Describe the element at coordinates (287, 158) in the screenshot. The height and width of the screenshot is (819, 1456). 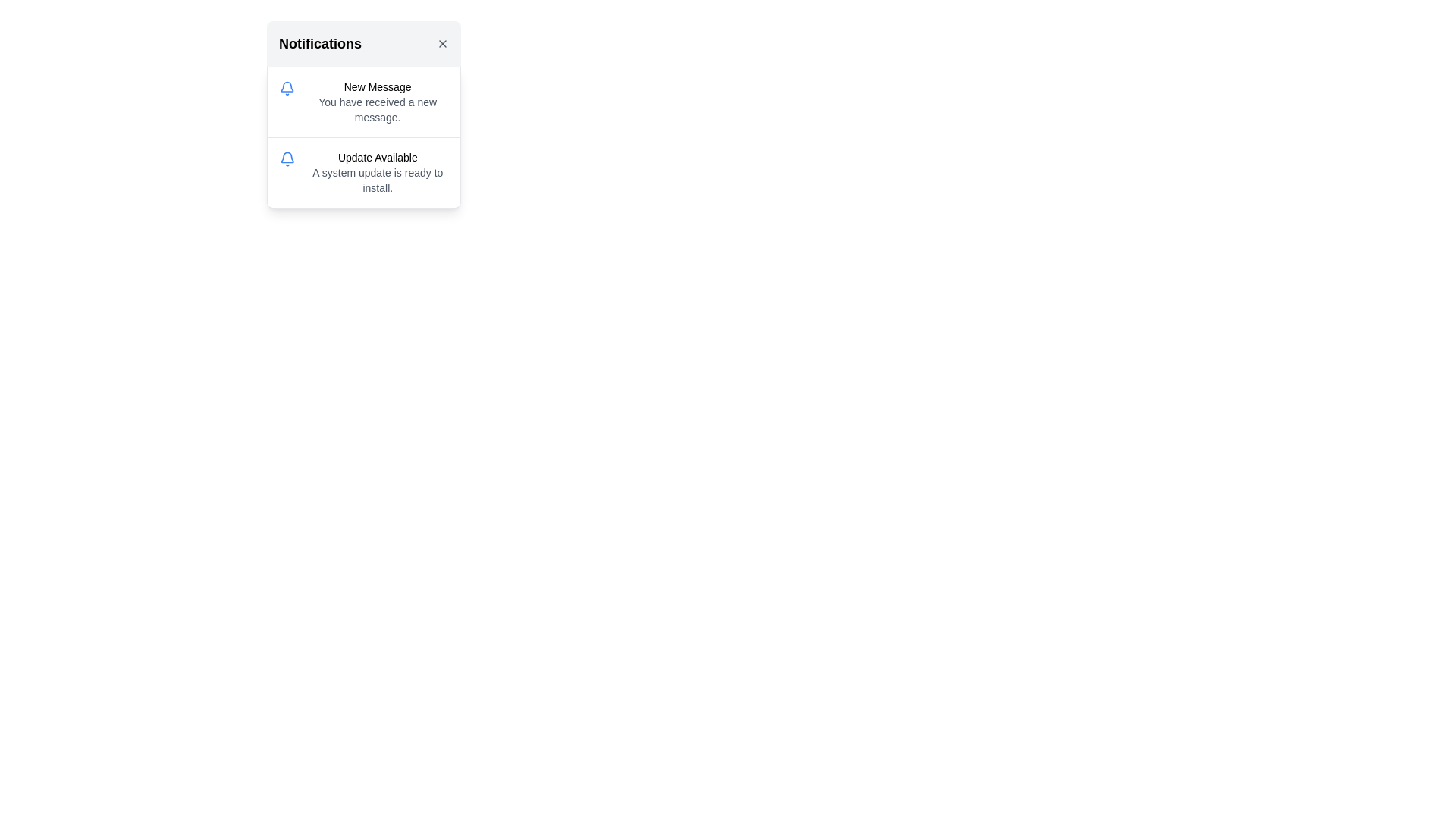
I see `the Notification icon shaped like a bell with a blue outline located in the top-left corner of the last notification entry, which precedes the text 'Update Available' and 'A system update is ready to install.'` at that location.